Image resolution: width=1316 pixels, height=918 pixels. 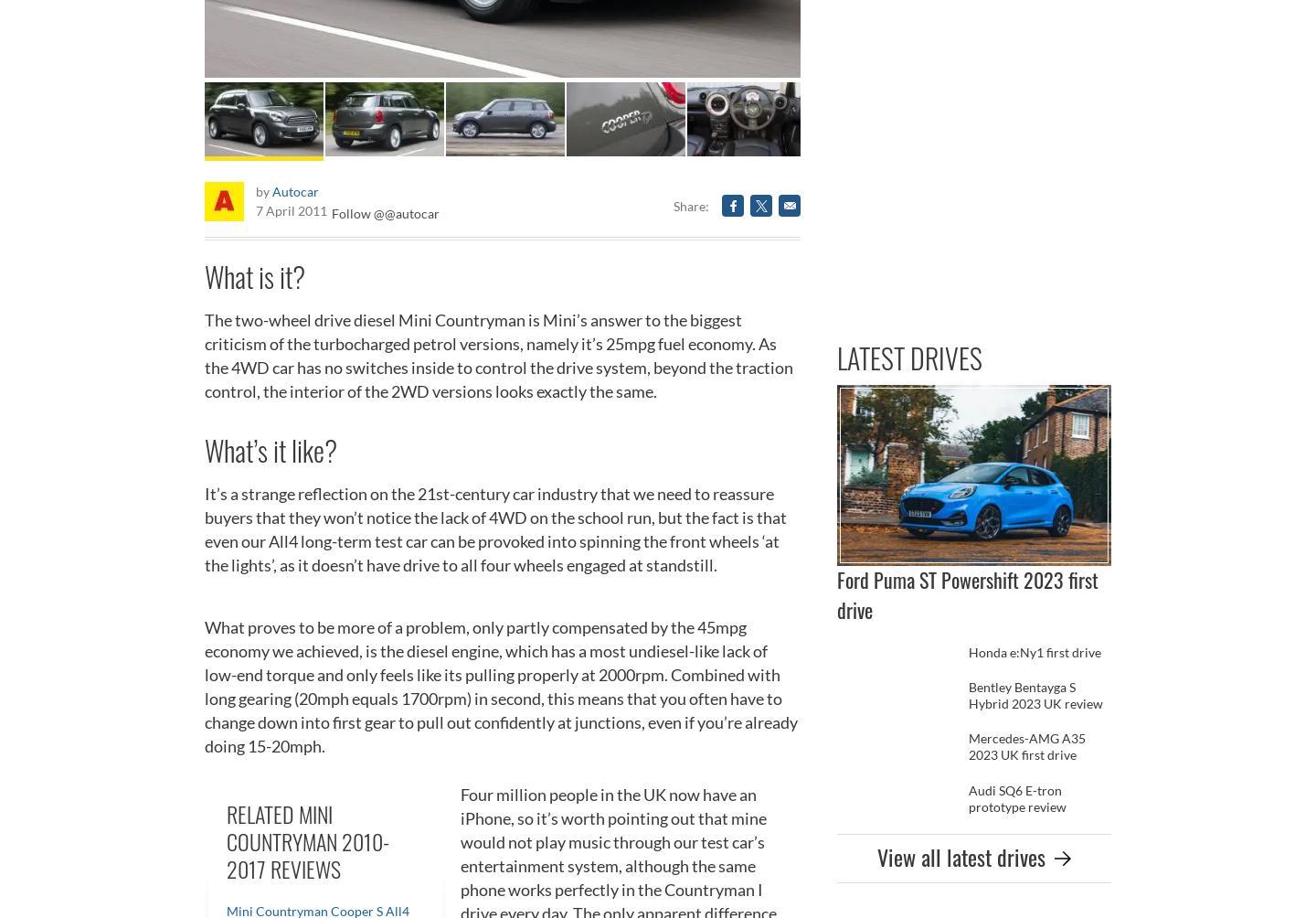 I want to click on 'Honda e:Ny1 first drive', so click(x=1034, y=650).